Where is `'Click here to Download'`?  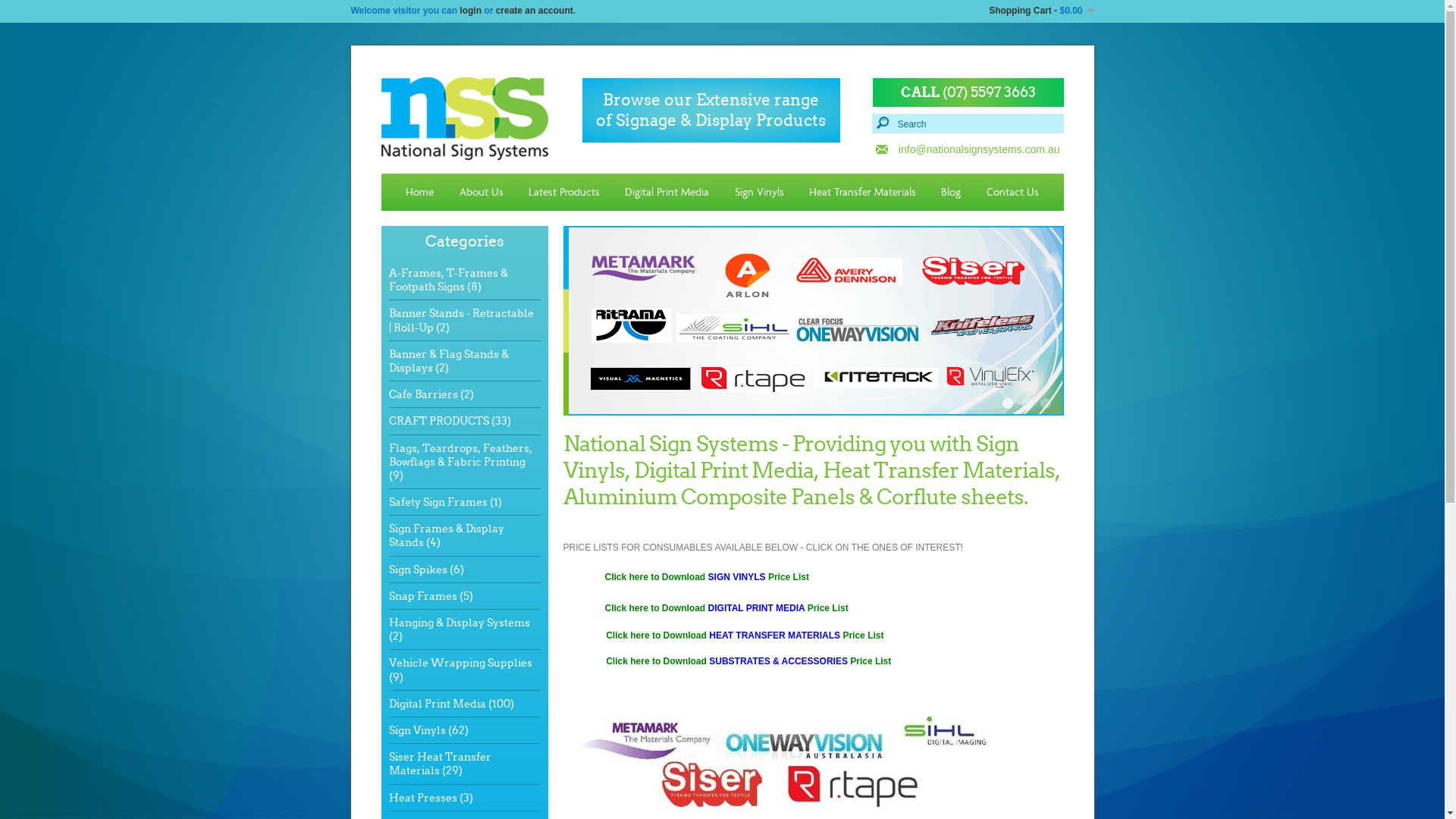 'Click here to Download' is located at coordinates (656, 635).